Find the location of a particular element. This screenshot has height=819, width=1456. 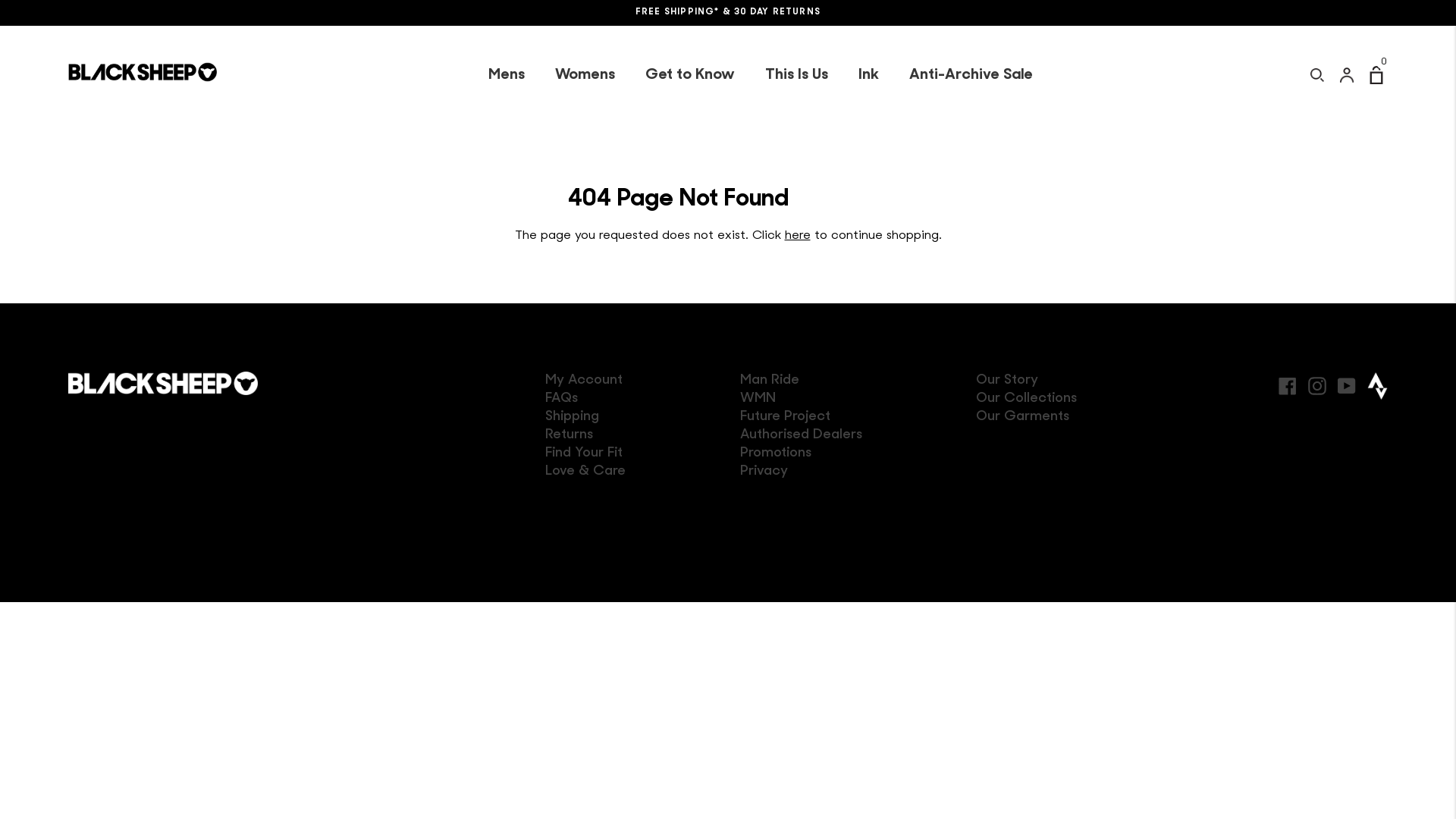

'Mens' is located at coordinates (506, 75).